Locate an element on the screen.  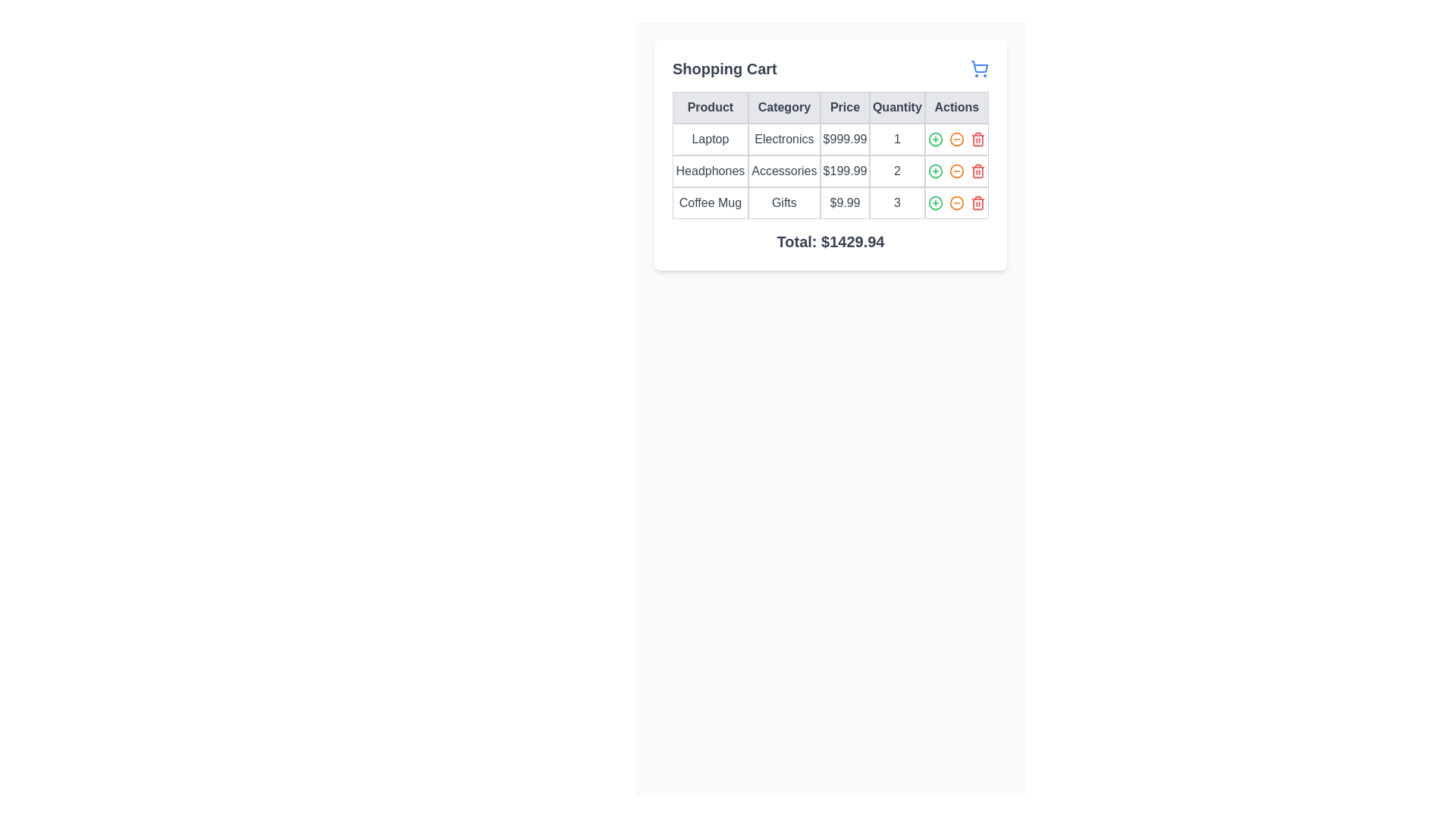
the table cell is located at coordinates (897, 140).